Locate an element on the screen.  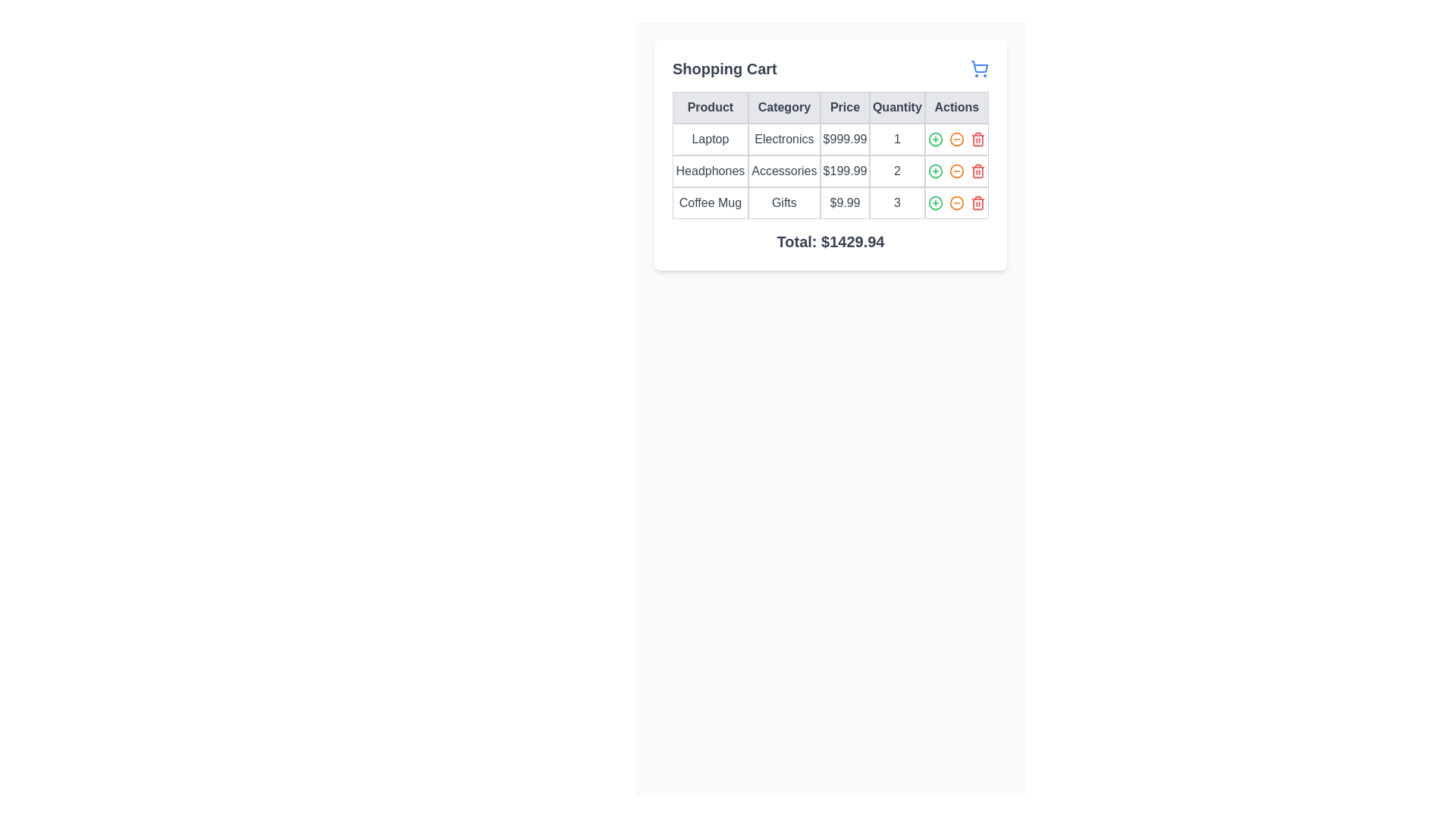
the table cell is located at coordinates (897, 140).